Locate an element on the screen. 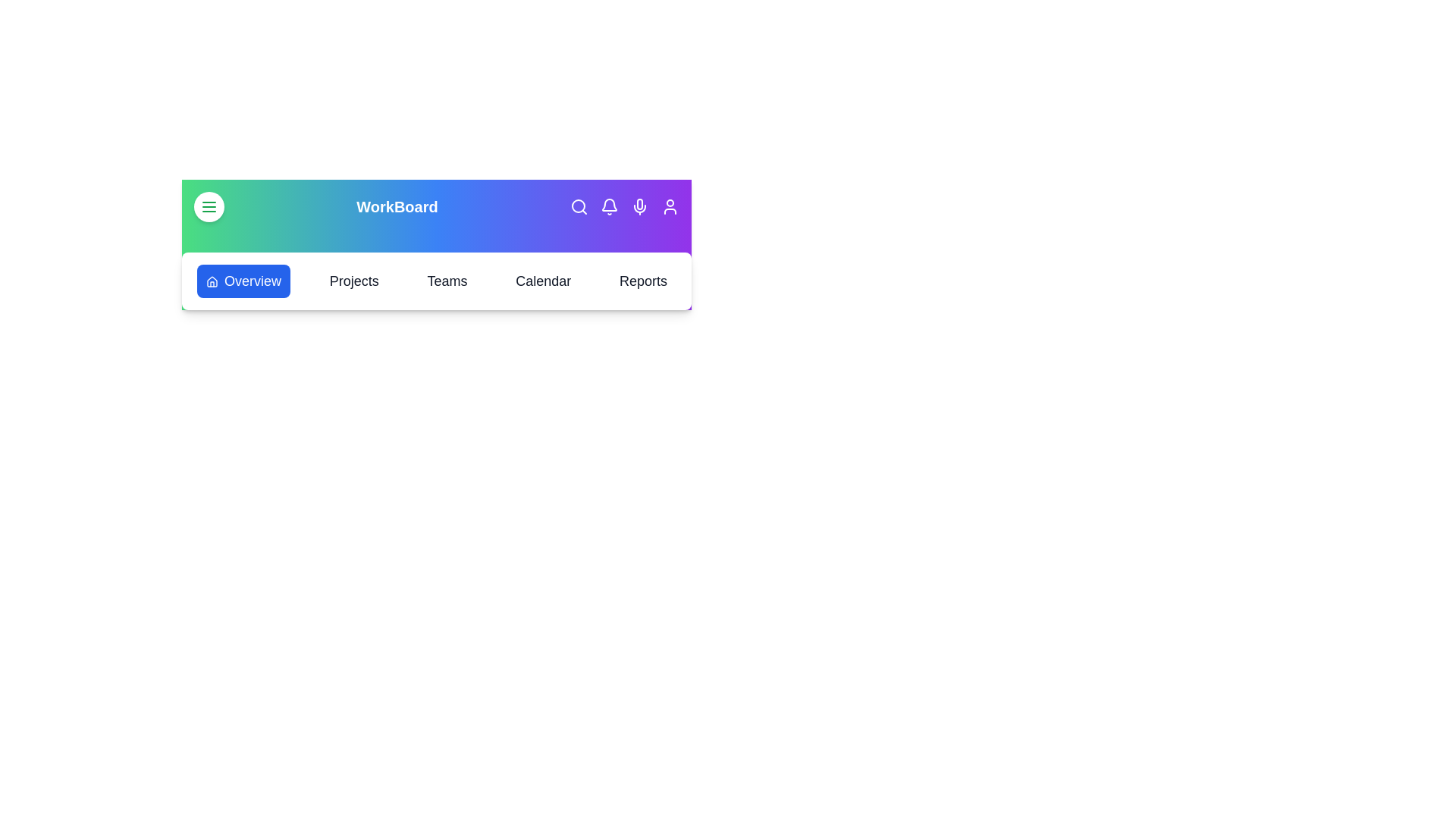 This screenshot has width=1456, height=819. the tab labeled Overview from the navigation bar is located at coordinates (243, 281).